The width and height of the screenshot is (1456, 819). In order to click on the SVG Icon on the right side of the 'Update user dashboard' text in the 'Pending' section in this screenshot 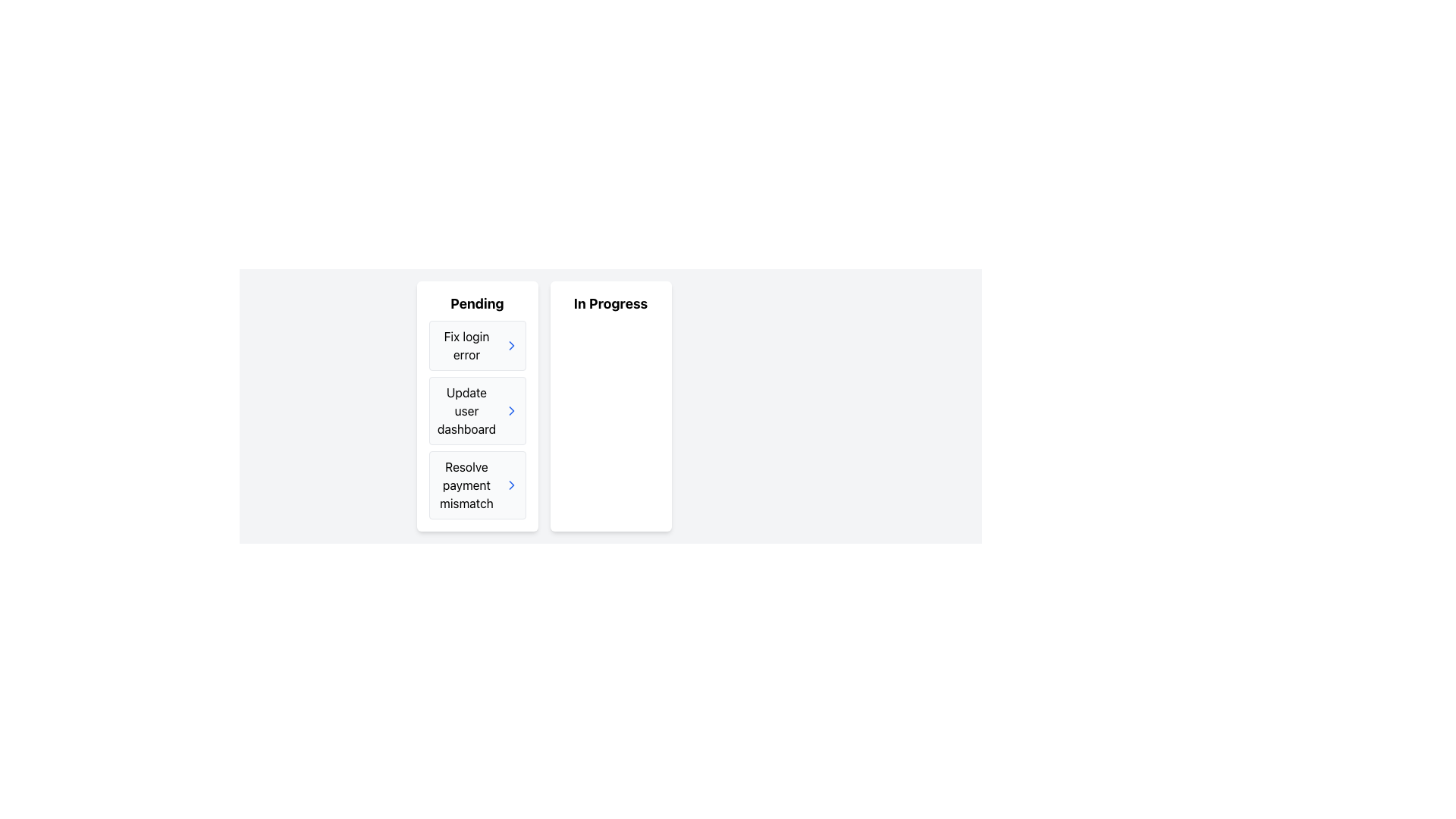, I will do `click(511, 485)`.